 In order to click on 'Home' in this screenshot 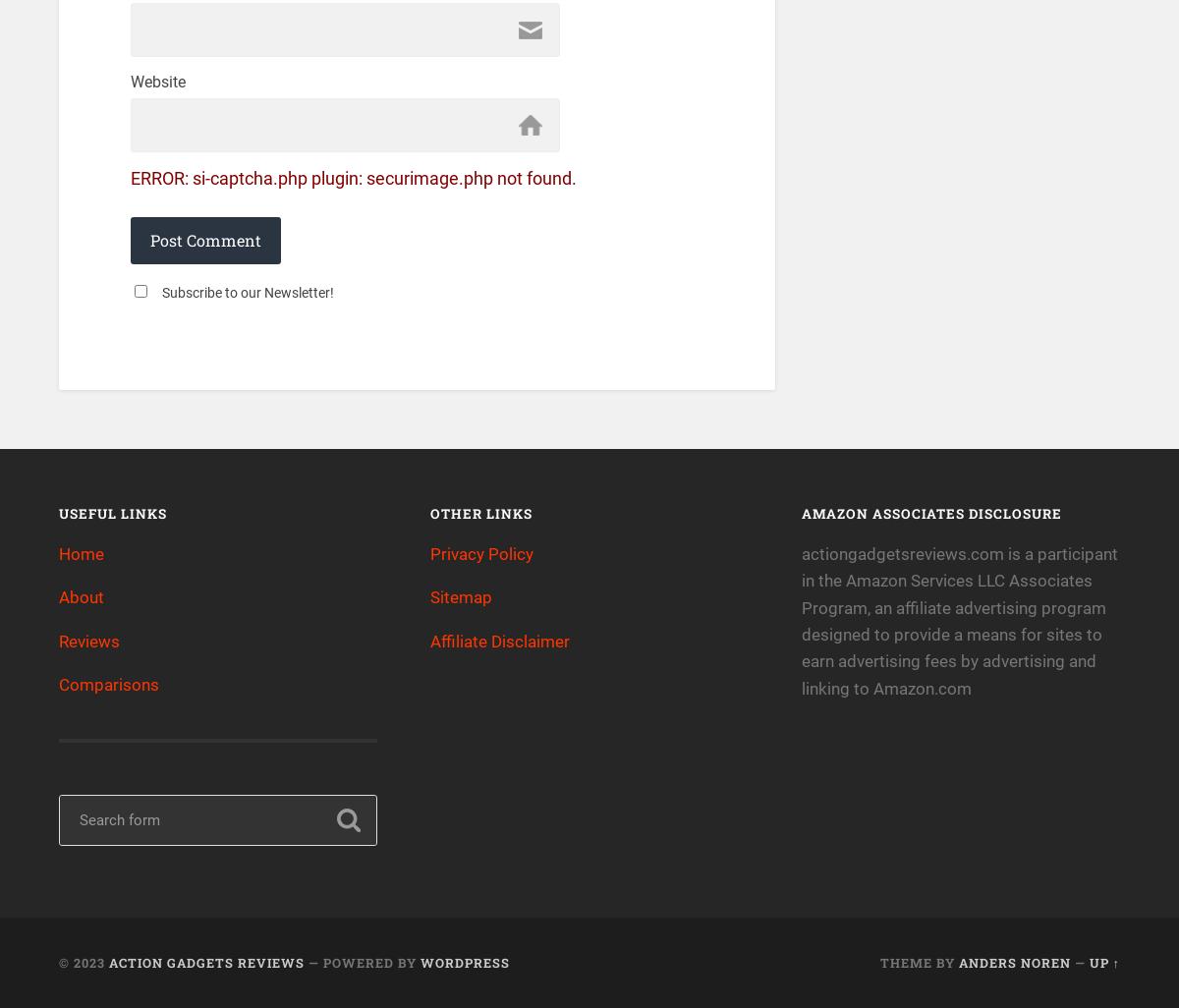, I will do `click(82, 552)`.